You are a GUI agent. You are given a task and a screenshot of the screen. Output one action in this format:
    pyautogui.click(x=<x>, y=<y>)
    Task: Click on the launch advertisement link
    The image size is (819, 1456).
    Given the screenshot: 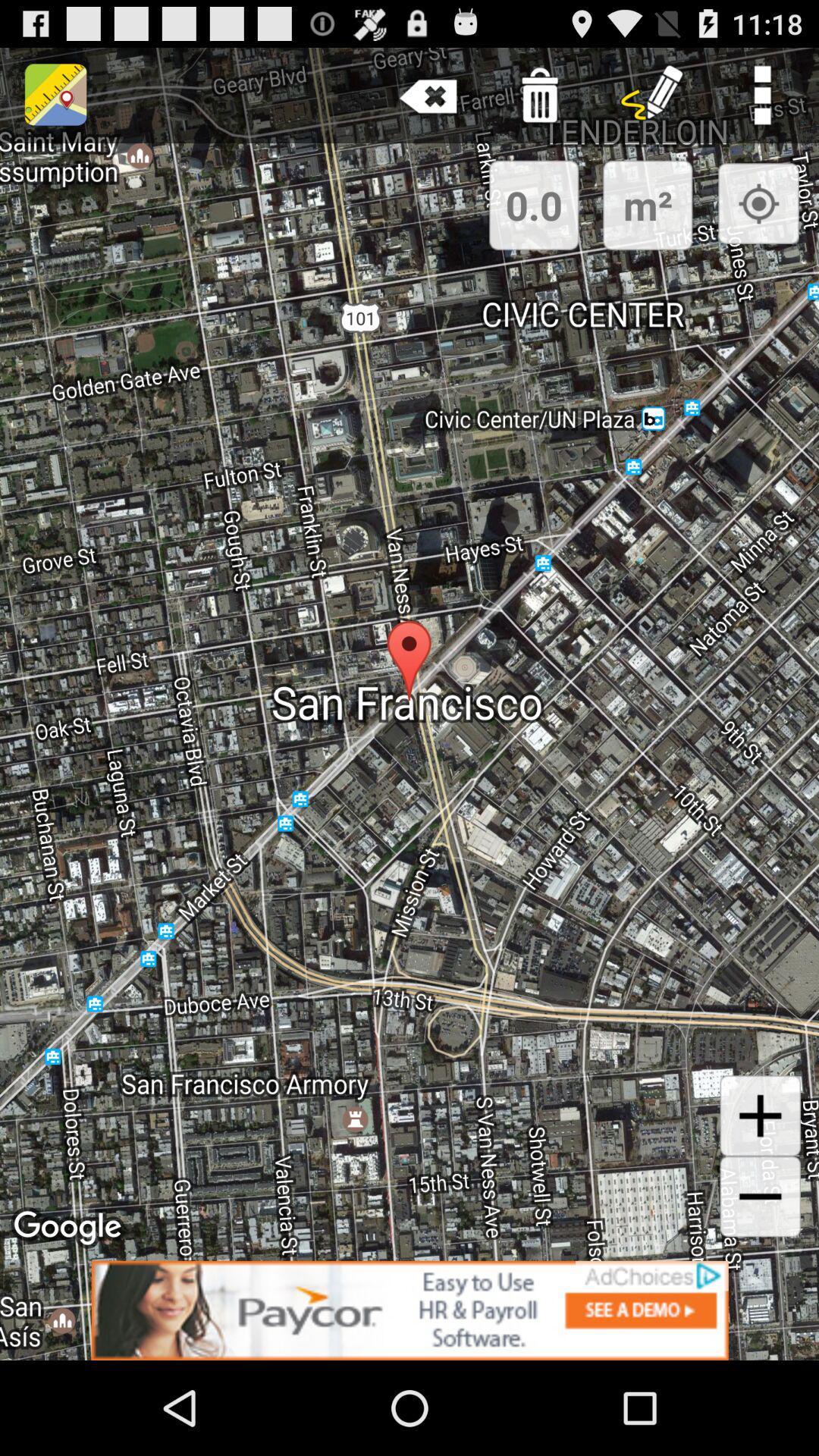 What is the action you would take?
    pyautogui.click(x=409, y=1310)
    